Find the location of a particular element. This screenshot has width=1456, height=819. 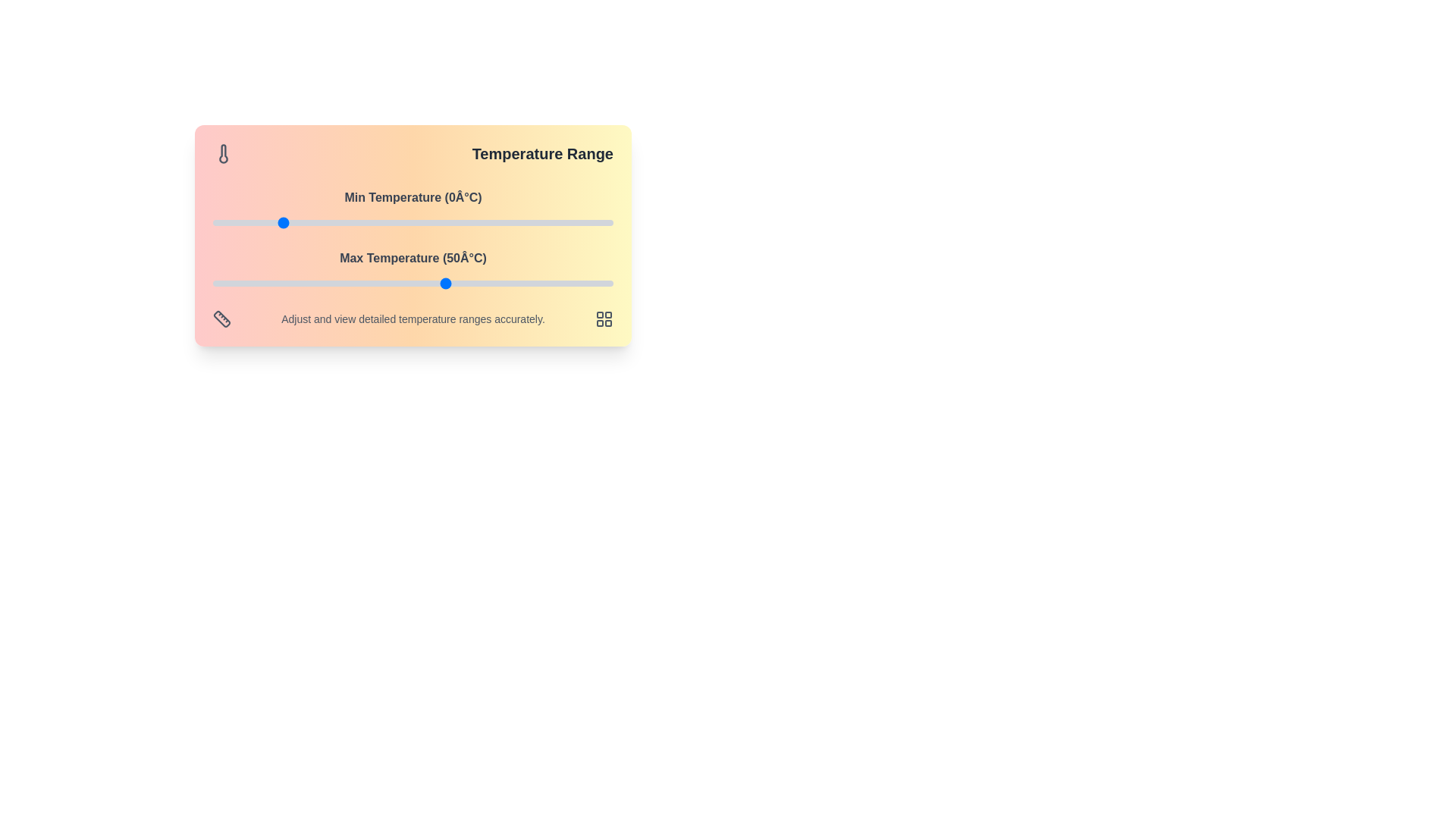

the maximum temperature slider to 92°C is located at coordinates (585, 284).